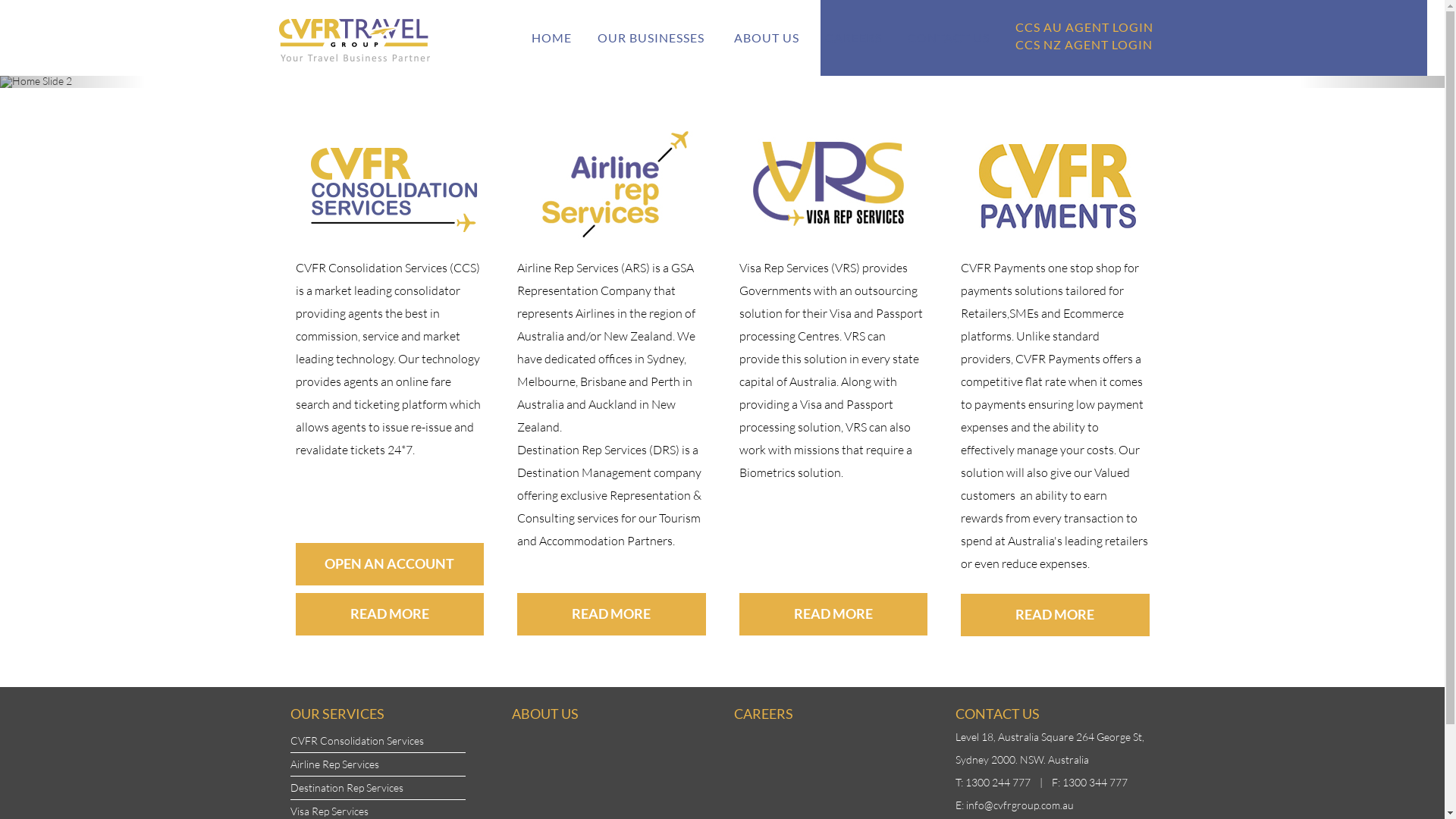 The height and width of the screenshot is (819, 1456). I want to click on 'ABOUT US', so click(720, 37).